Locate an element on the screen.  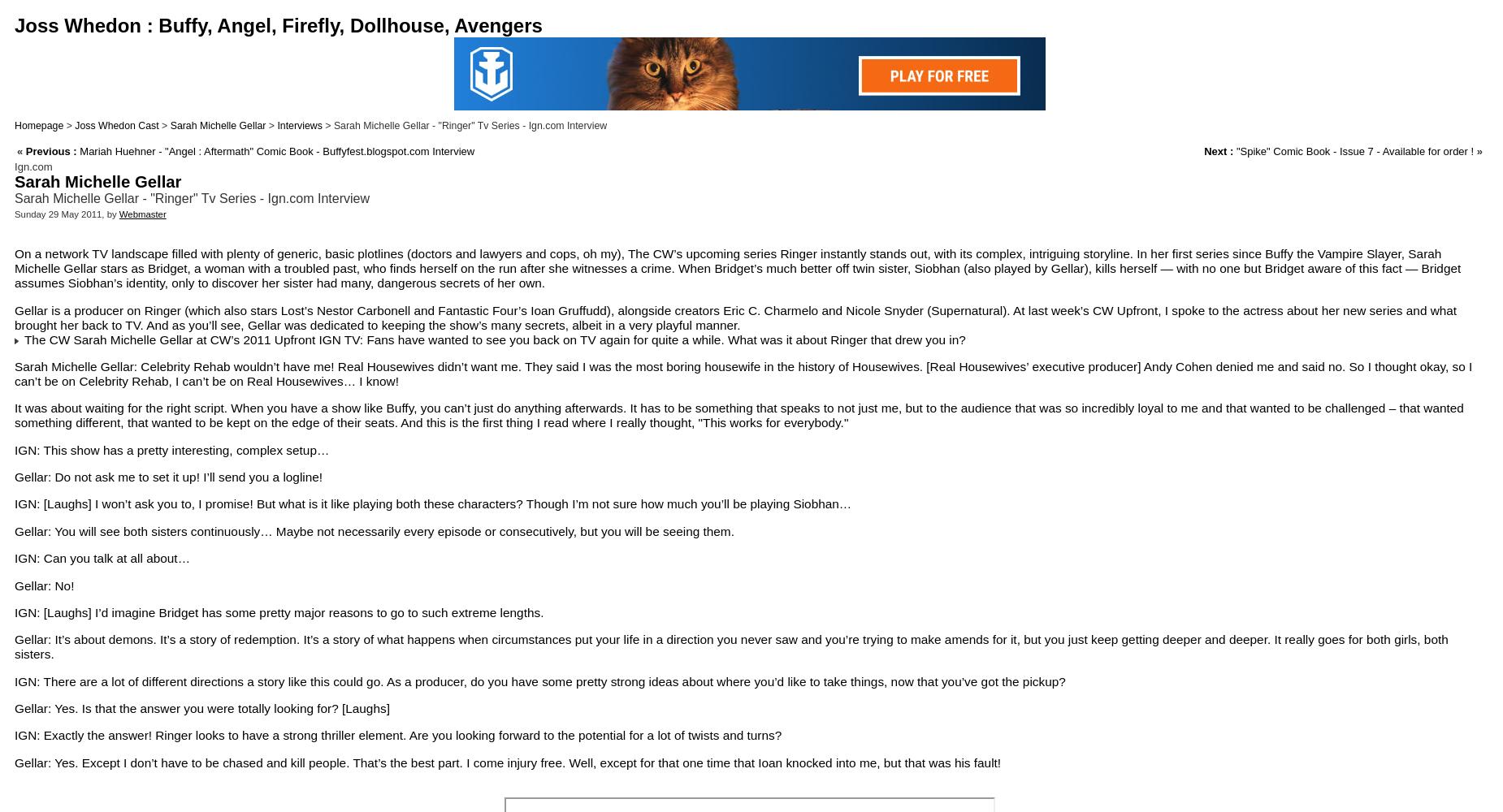
'> Sarah Michelle Gellar - "Ringer" Tv Series - Ign.com Interview' is located at coordinates (321, 126).